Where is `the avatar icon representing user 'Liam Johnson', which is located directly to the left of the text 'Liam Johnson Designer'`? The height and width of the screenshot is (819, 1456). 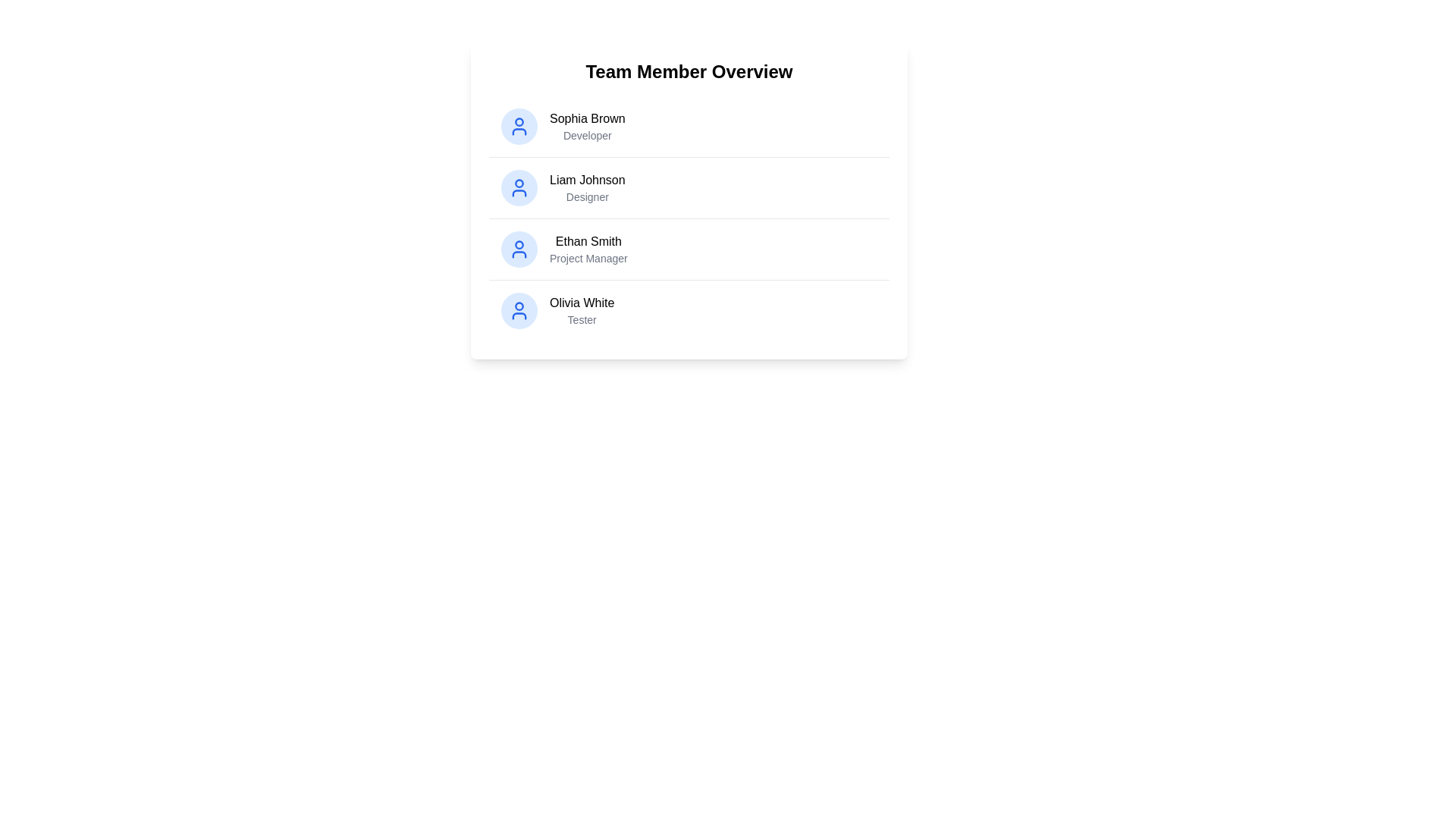 the avatar icon representing user 'Liam Johnson', which is located directly to the left of the text 'Liam Johnson Designer' is located at coordinates (519, 187).